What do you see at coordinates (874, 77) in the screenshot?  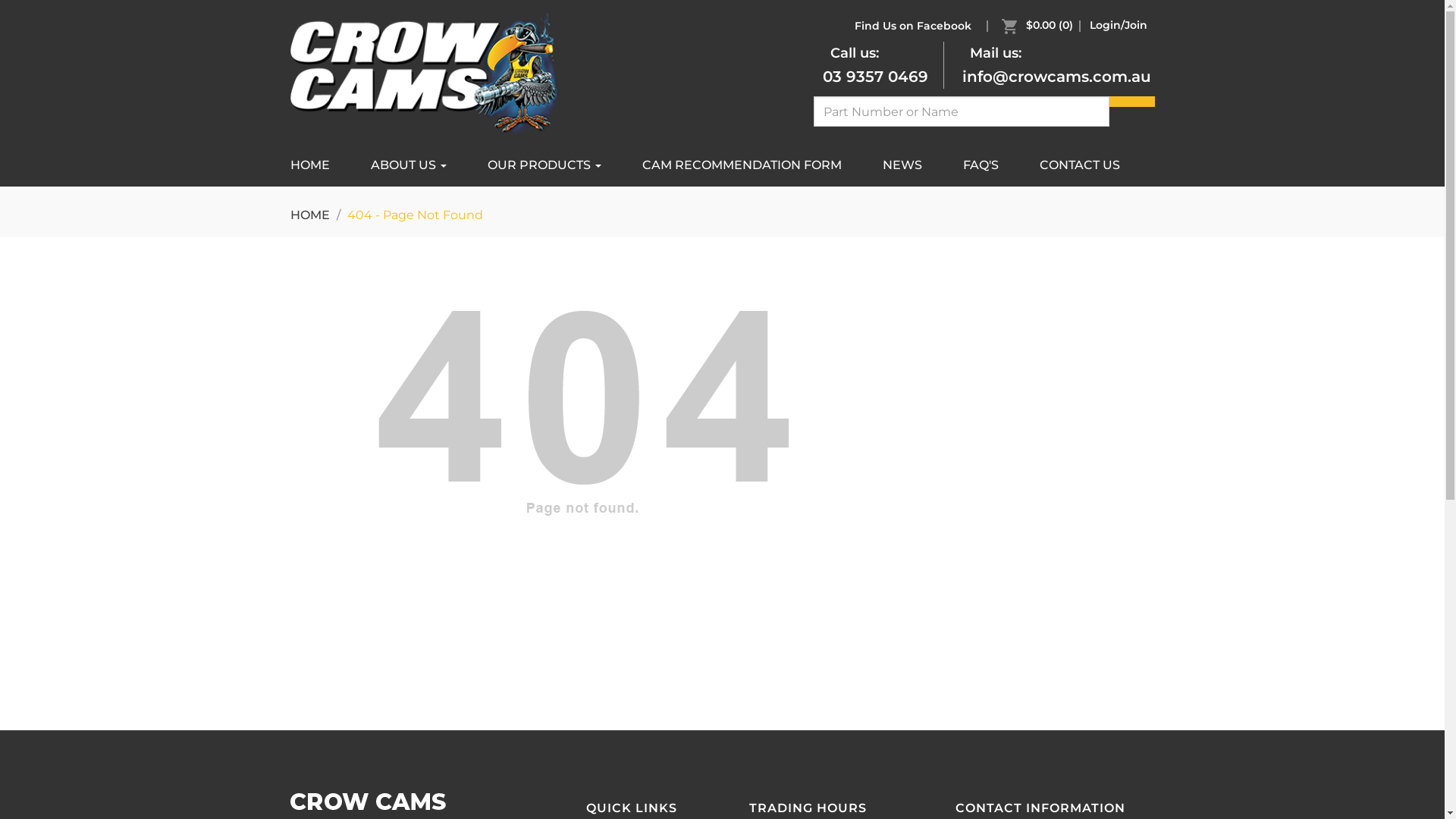 I see `'03 9357 0469'` at bounding box center [874, 77].